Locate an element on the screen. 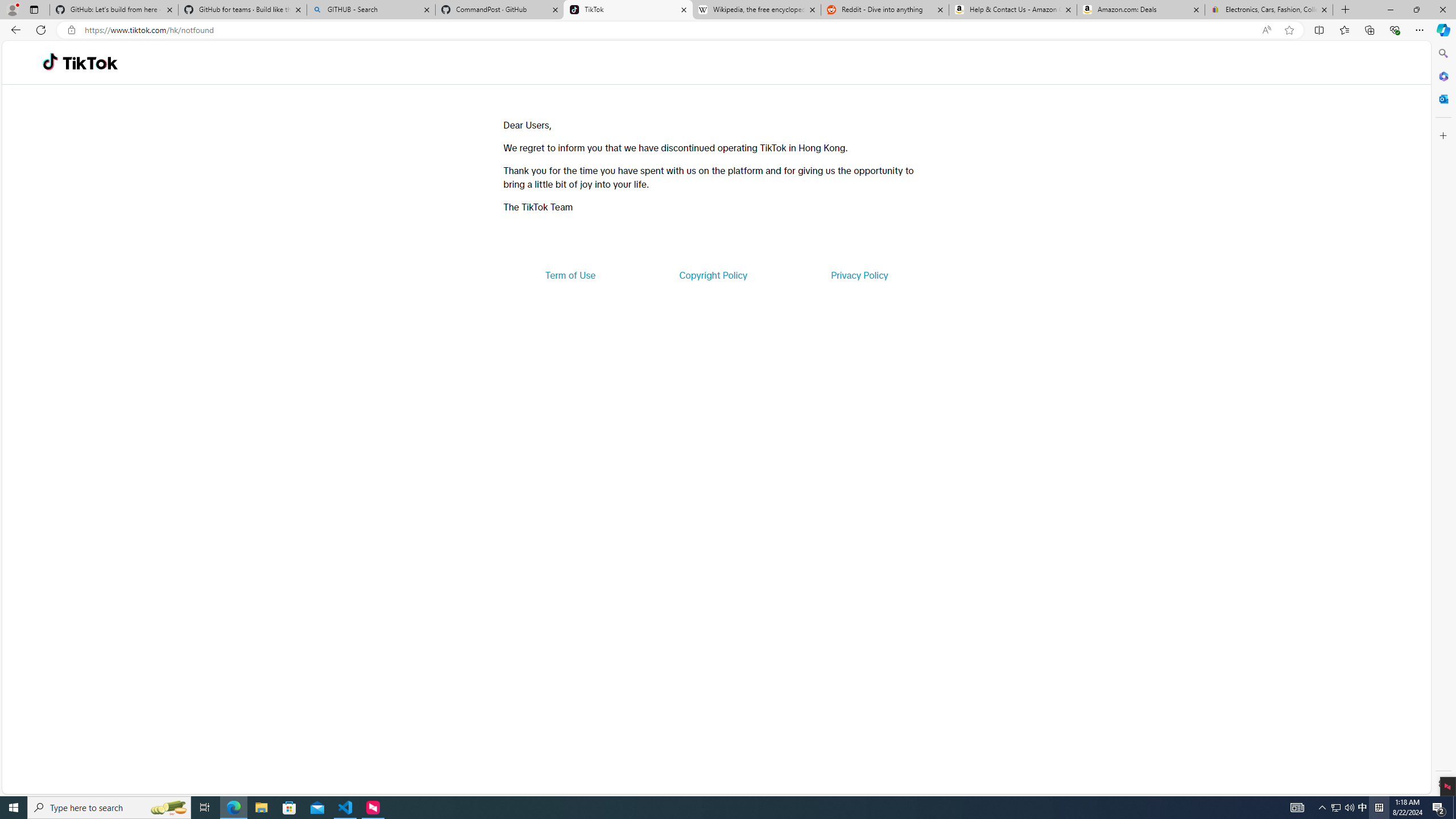 Image resolution: width=1456 pixels, height=819 pixels. 'Help & Contact Us - Amazon Customer Service' is located at coordinates (1012, 9).